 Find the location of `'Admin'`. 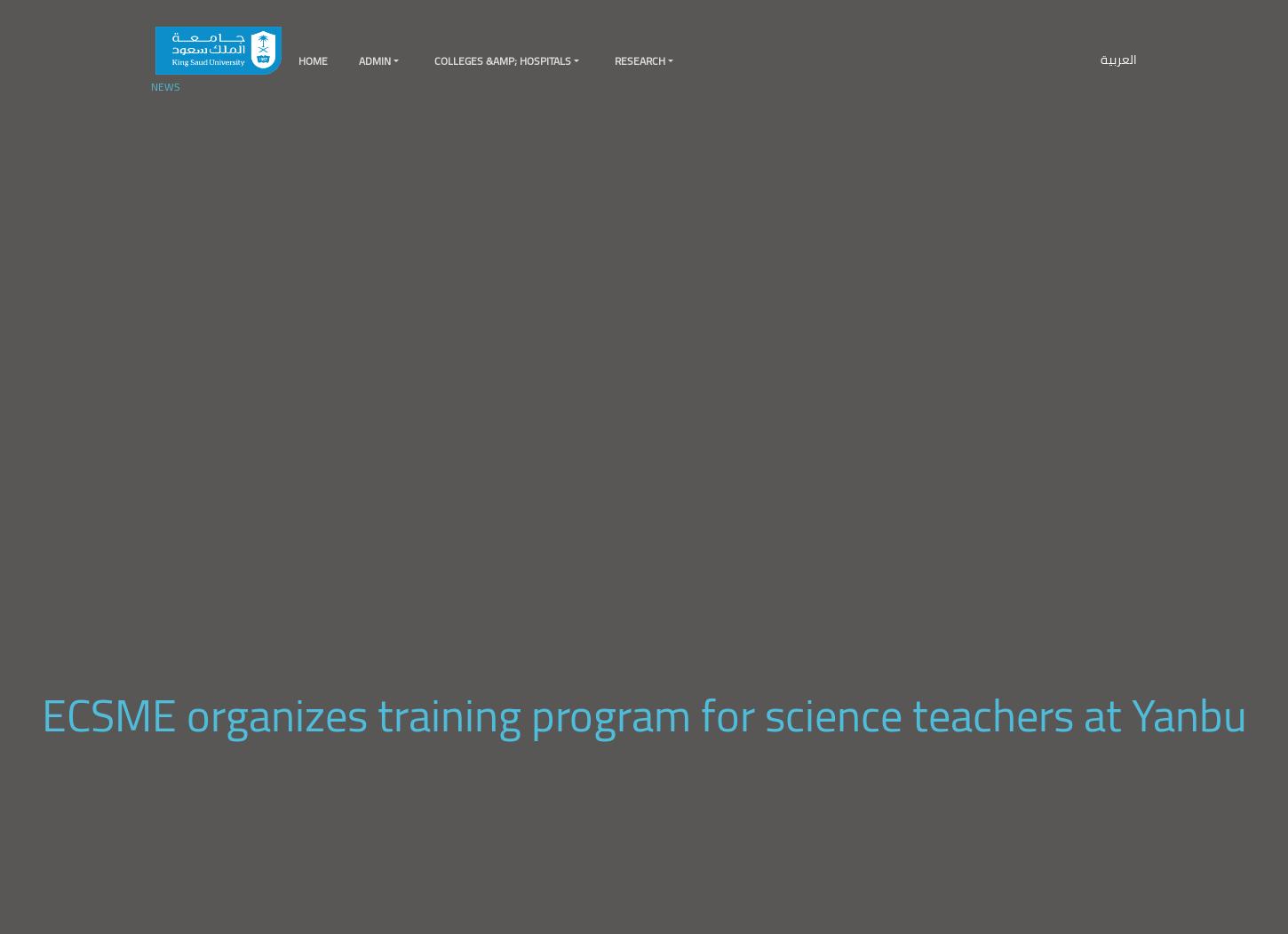

'Admin' is located at coordinates (373, 60).